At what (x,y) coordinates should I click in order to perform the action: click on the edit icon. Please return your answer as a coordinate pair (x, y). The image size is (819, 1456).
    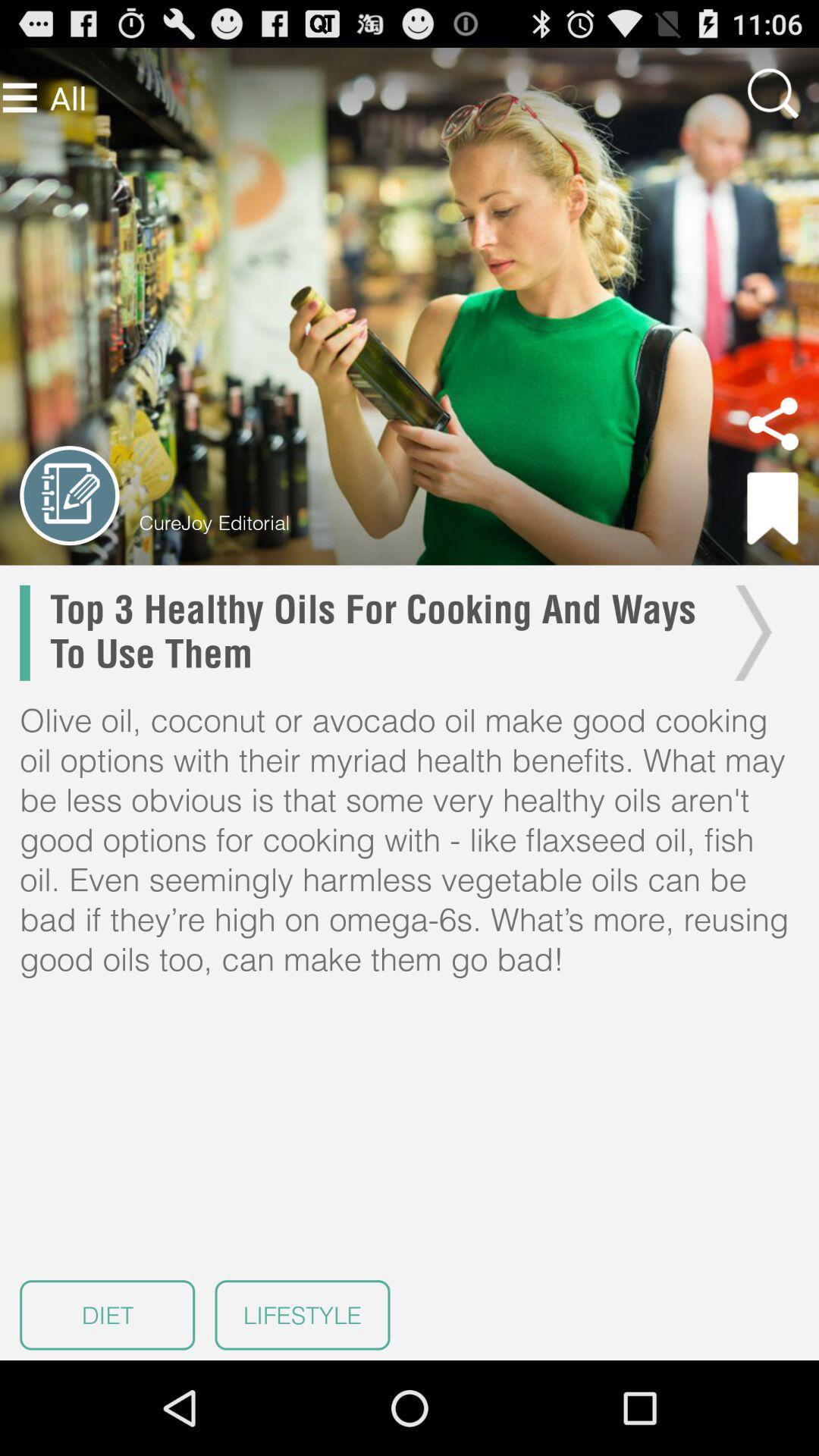
    Looking at the image, I should click on (69, 530).